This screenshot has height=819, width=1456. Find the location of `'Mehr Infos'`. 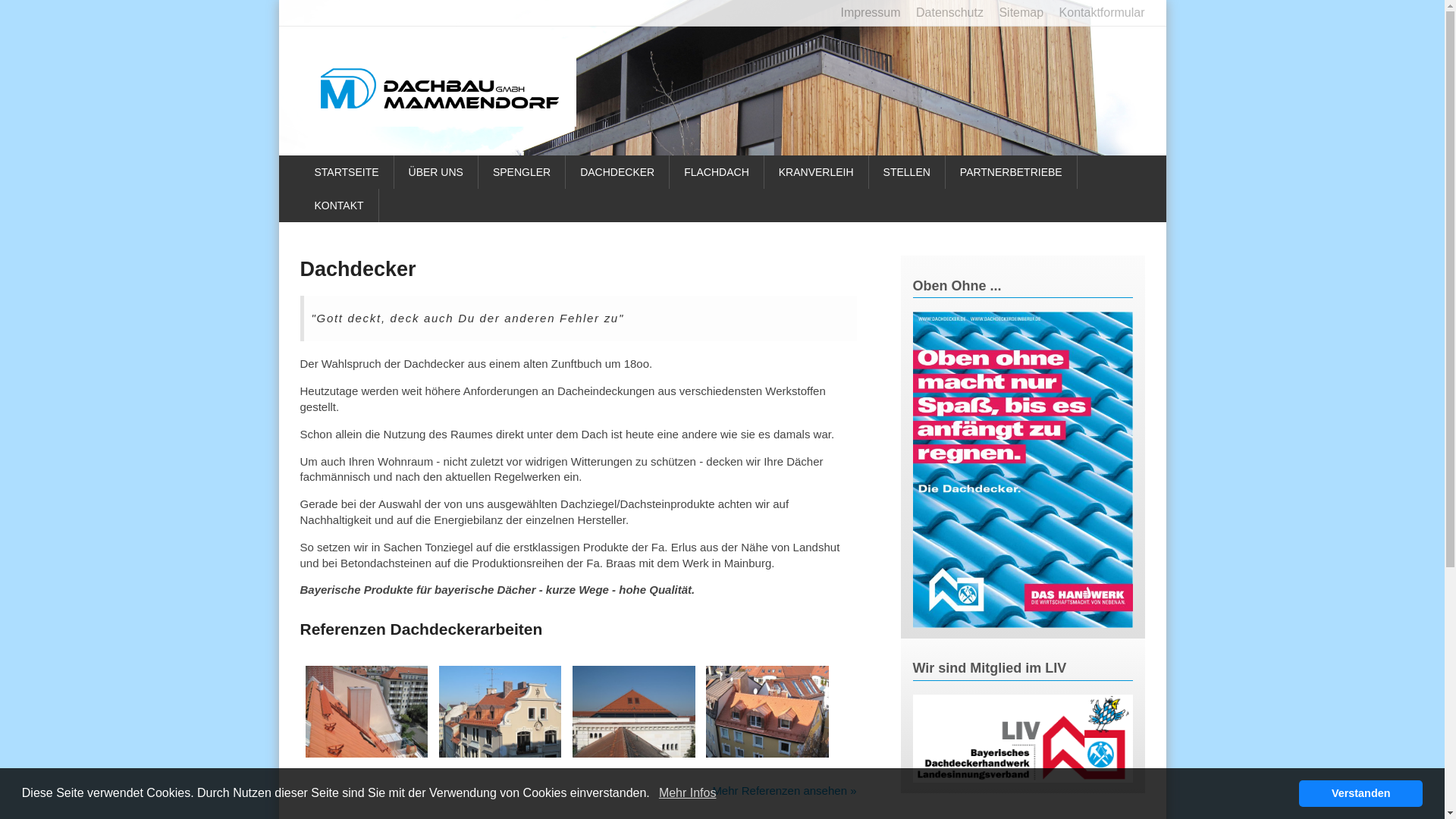

'Mehr Infos' is located at coordinates (687, 792).